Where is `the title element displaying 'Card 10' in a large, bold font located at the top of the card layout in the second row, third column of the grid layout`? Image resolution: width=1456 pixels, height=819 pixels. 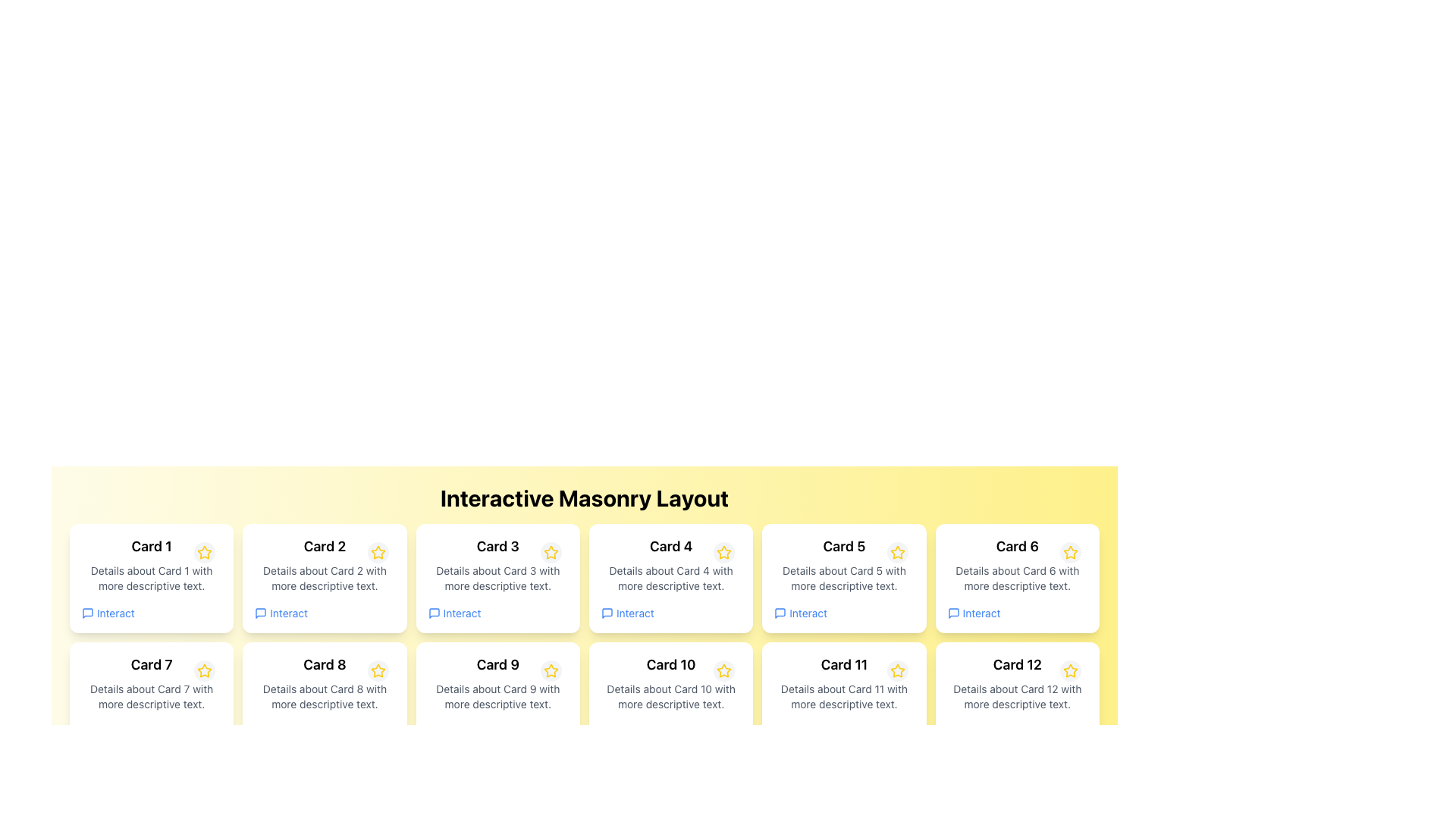
the title element displaying 'Card 10' in a large, bold font located at the top of the card layout in the second row, third column of the grid layout is located at coordinates (670, 664).